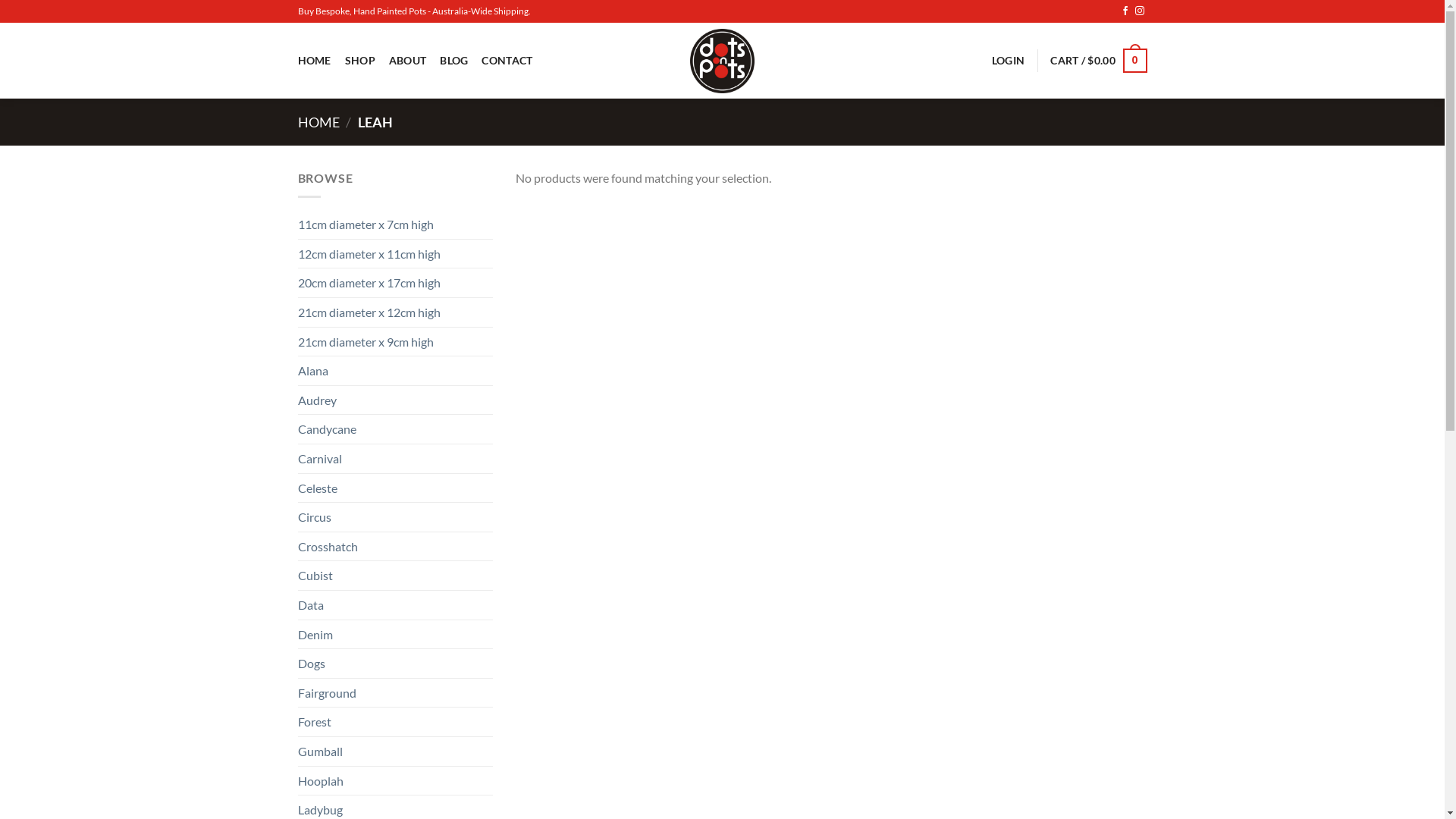 The width and height of the screenshot is (1456, 819). What do you see at coordinates (395, 400) in the screenshot?
I see `'Audrey'` at bounding box center [395, 400].